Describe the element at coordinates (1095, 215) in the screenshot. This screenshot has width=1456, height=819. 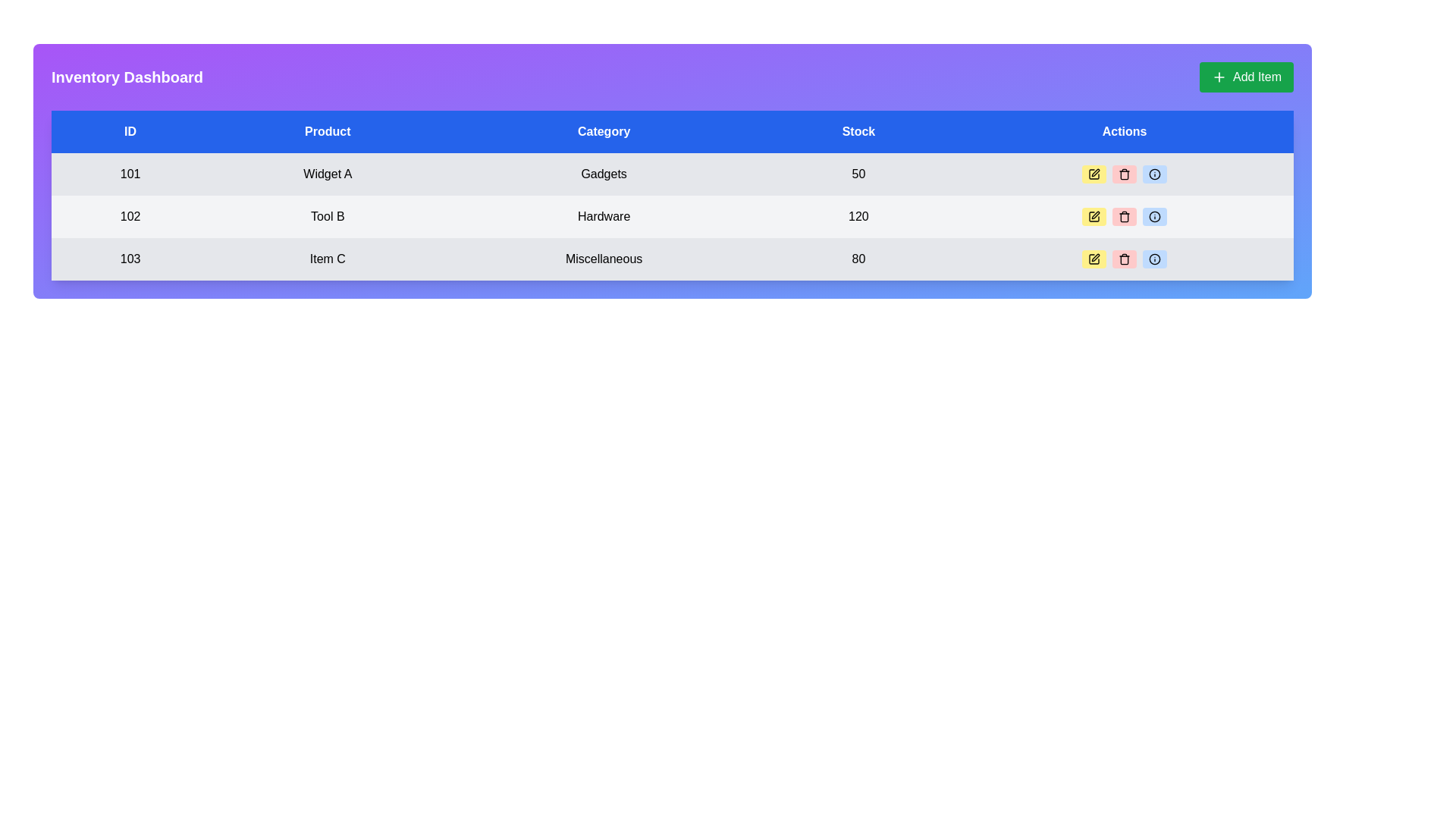
I see `the editing icon button located in the 'Actions' column of the table for the product labeled 'Tool B' to initiate editing` at that location.